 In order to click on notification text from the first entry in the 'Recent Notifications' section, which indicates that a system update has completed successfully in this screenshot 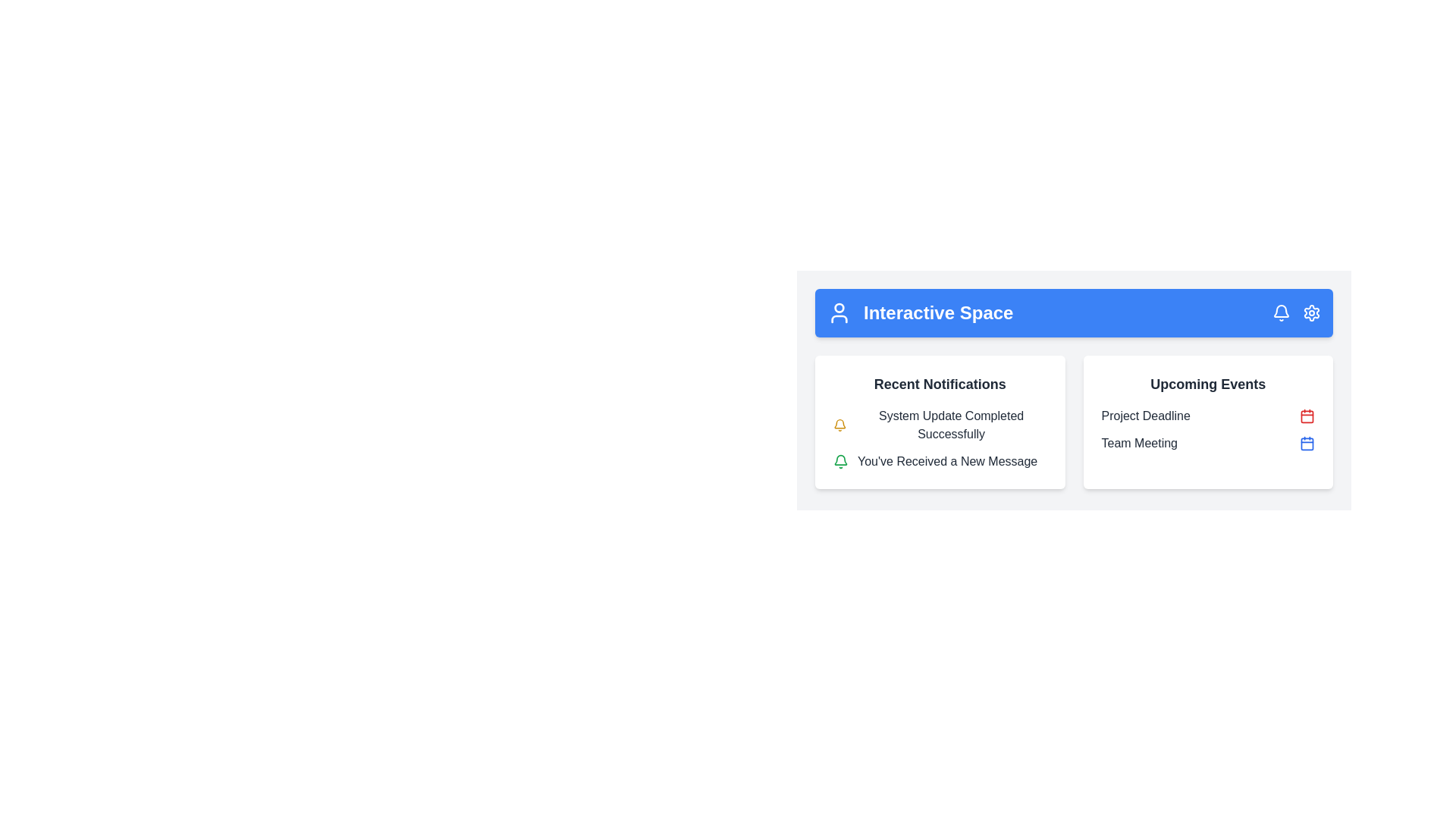, I will do `click(939, 425)`.